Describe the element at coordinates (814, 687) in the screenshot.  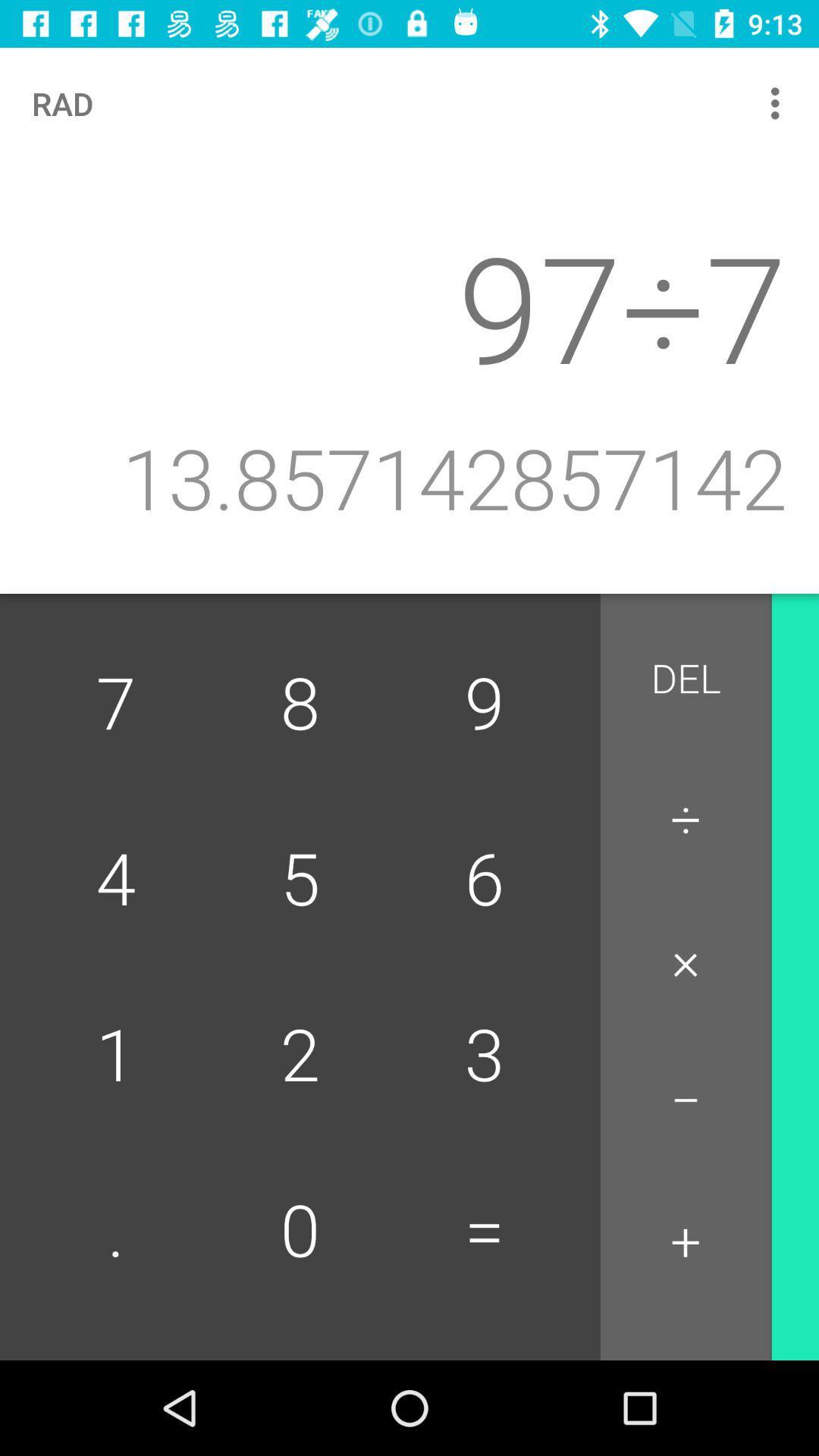
I see `the inv item` at that location.